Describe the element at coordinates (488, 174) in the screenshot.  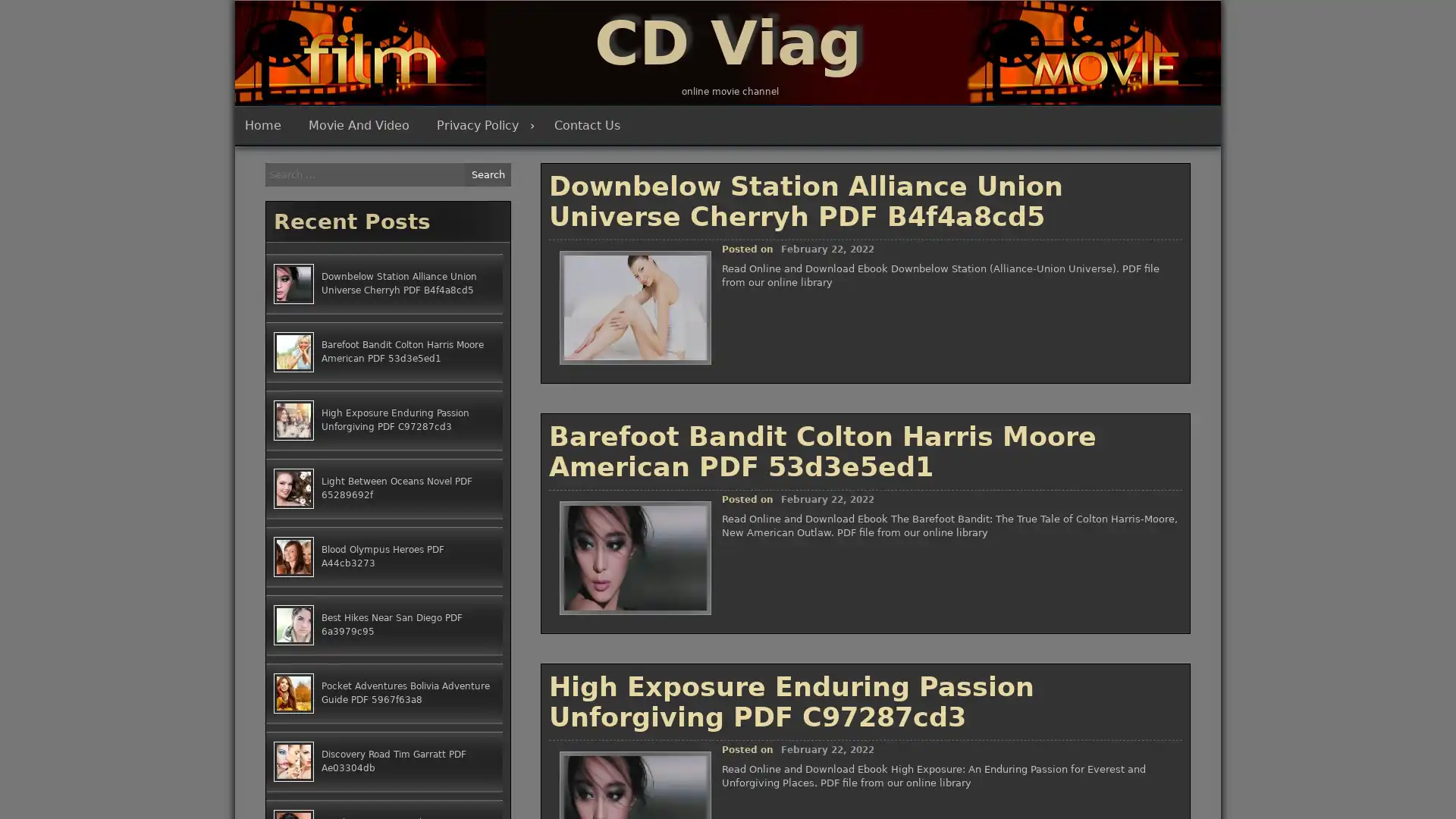
I see `Search` at that location.